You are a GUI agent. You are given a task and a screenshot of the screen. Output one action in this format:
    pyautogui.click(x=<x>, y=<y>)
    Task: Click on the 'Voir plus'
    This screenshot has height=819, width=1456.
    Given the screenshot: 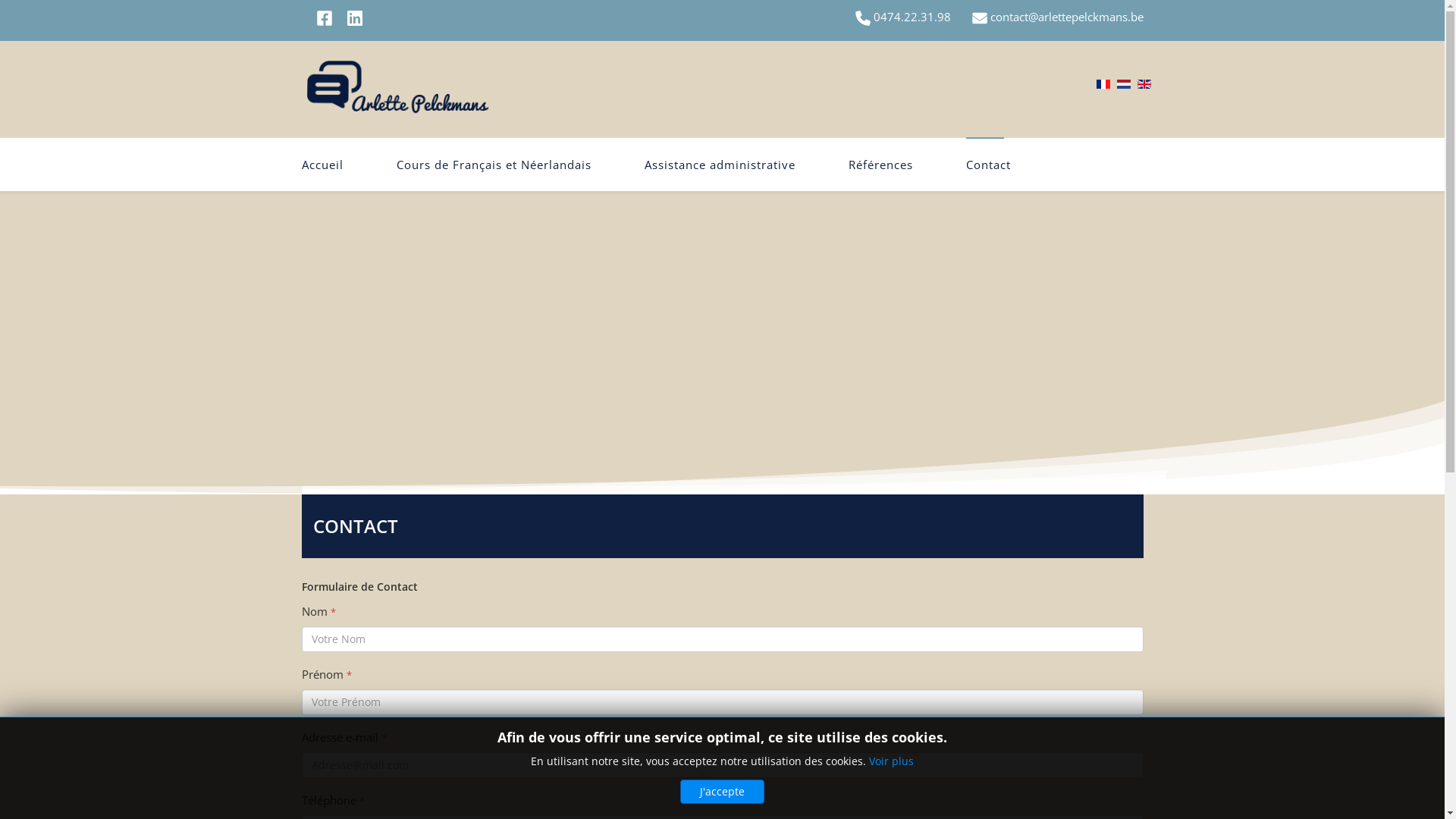 What is the action you would take?
    pyautogui.click(x=891, y=761)
    